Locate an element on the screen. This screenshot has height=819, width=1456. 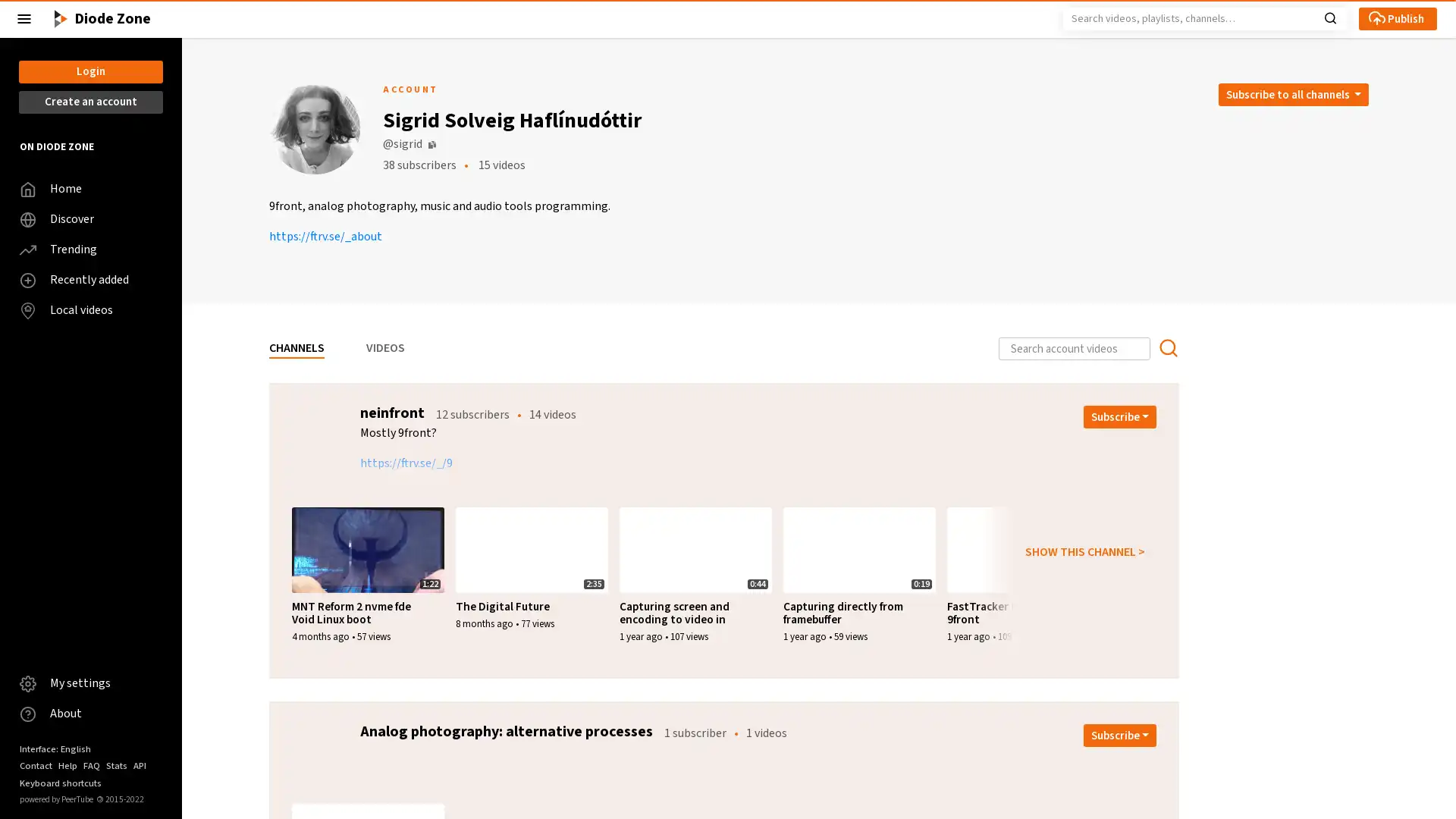
Open subscription dropdown is located at coordinates (1120, 417).